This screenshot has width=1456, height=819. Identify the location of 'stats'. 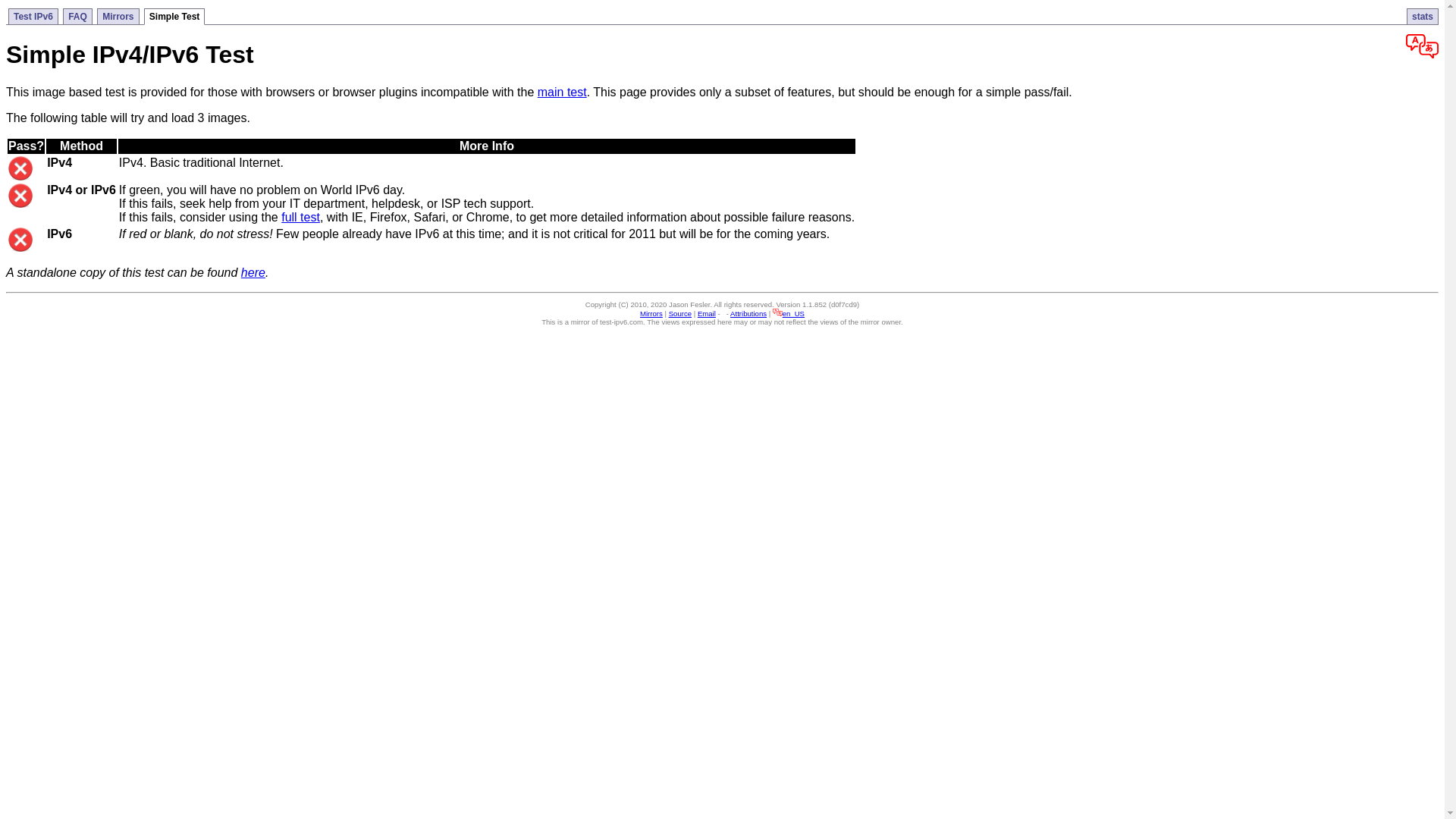
(1422, 16).